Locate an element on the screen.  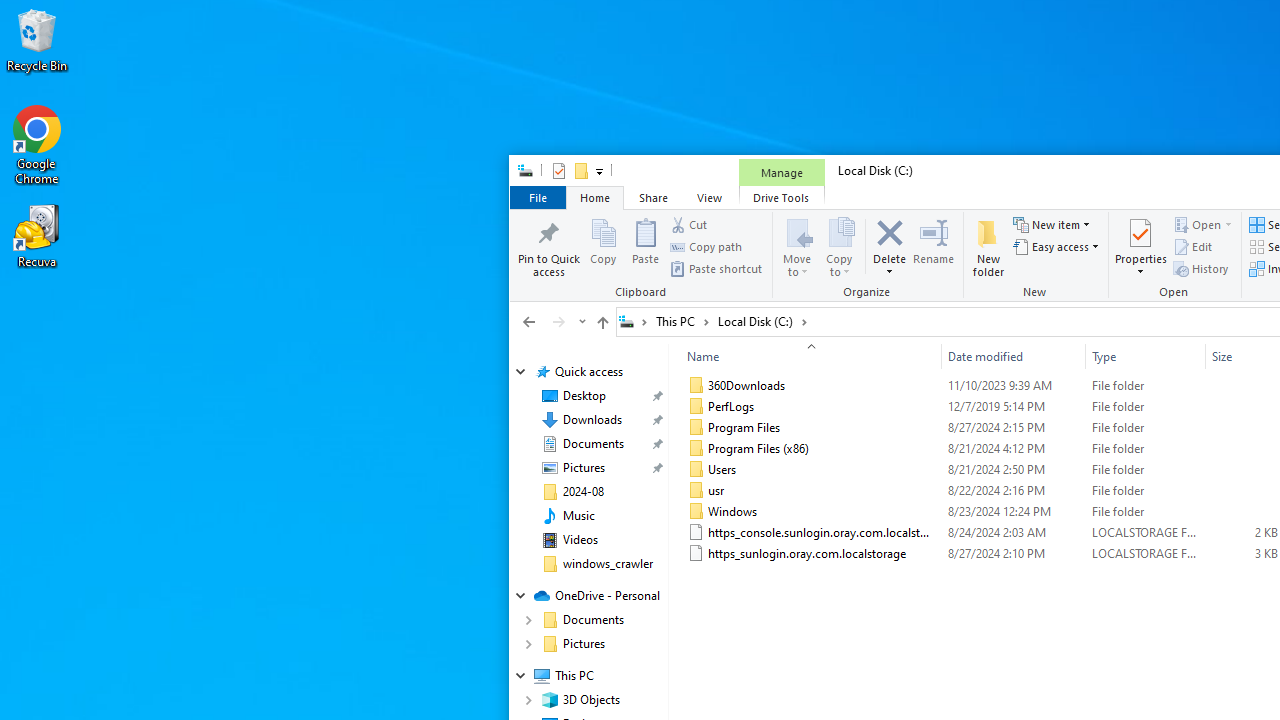
'Documents (pinned)' is located at coordinates (592, 442).